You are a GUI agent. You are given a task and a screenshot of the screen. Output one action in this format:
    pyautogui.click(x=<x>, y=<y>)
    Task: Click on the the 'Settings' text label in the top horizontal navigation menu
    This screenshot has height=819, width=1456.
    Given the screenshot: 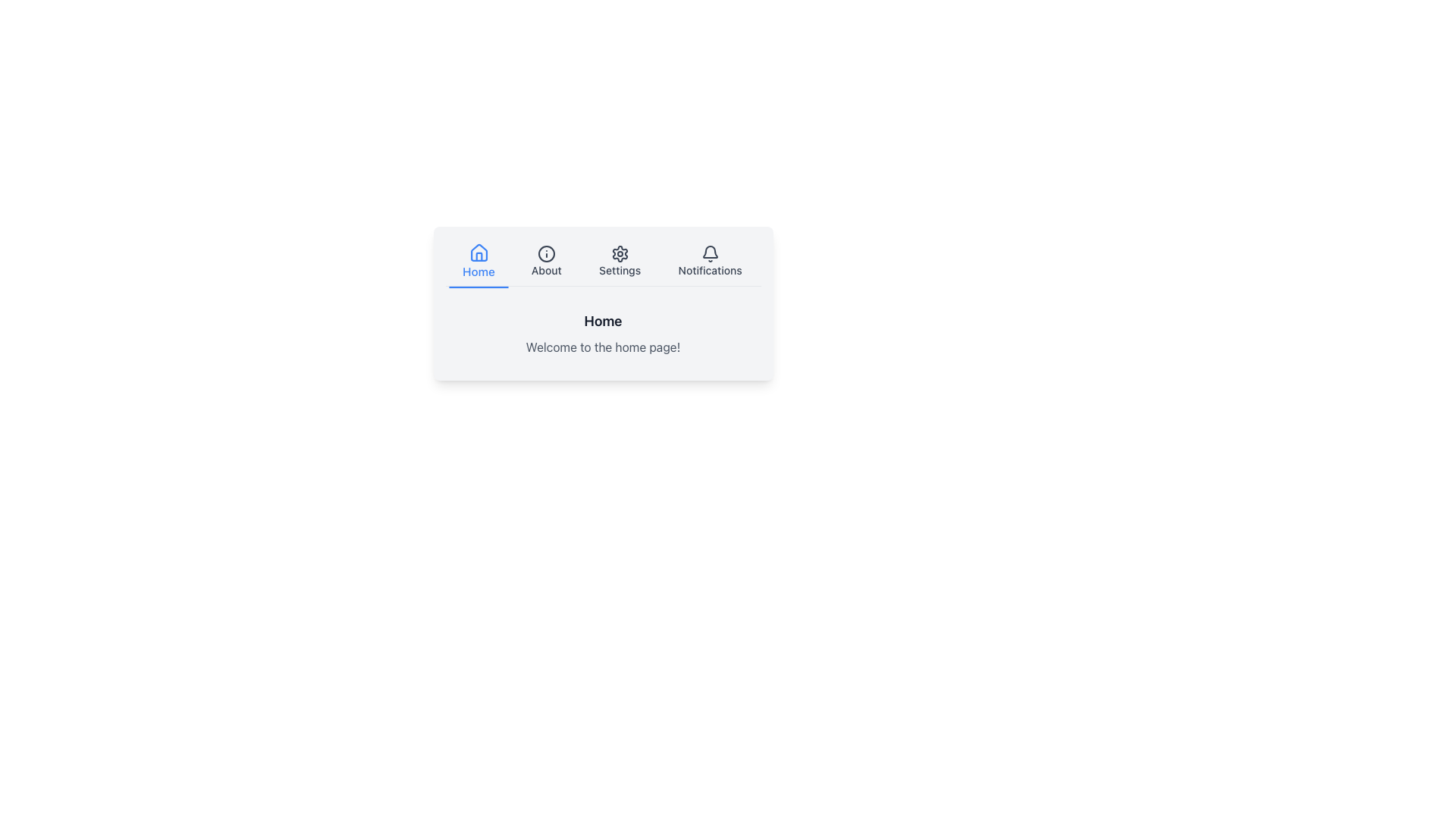 What is the action you would take?
    pyautogui.click(x=620, y=270)
    